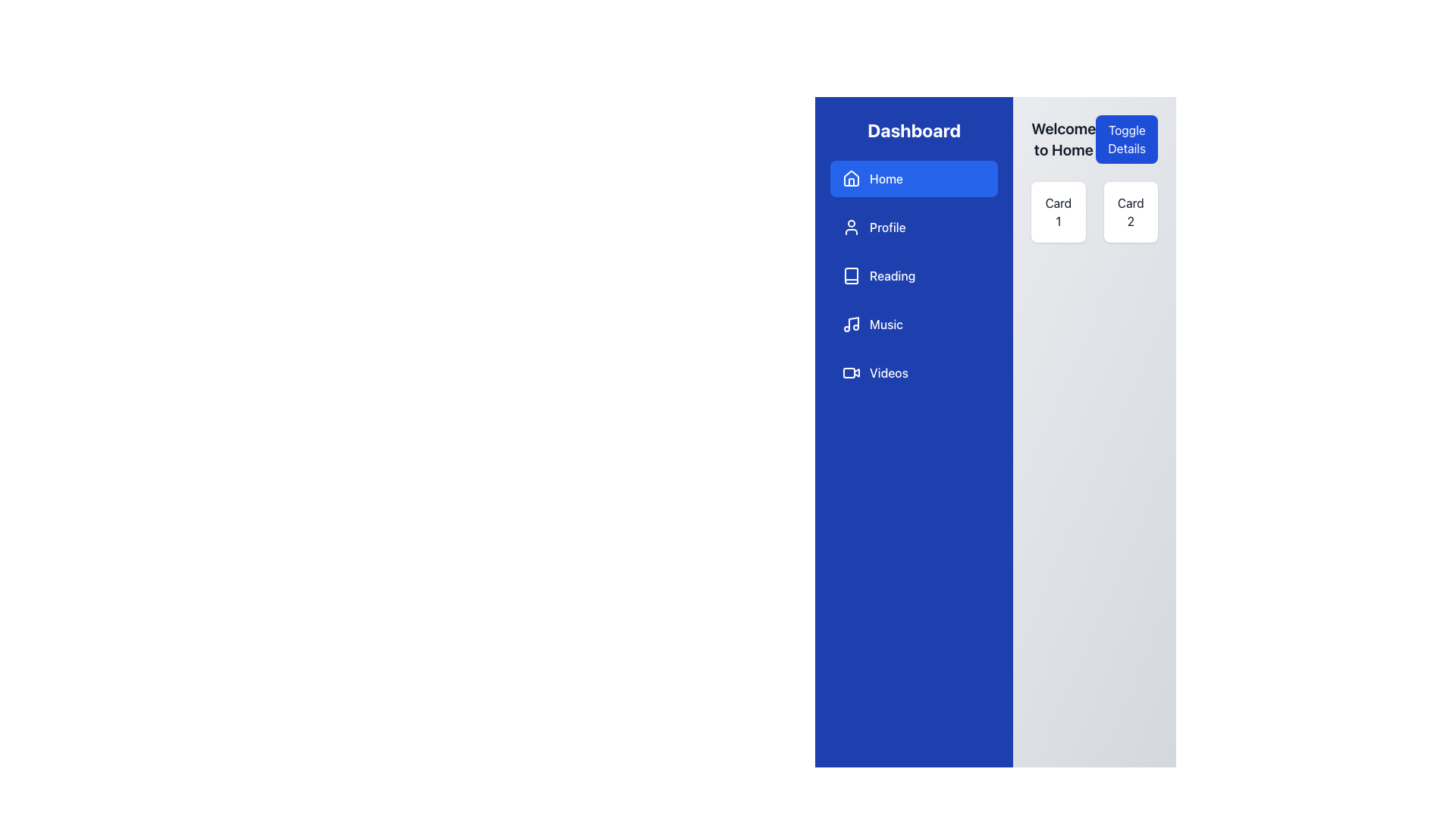 This screenshot has height=819, width=1456. I want to click on the 'Reading' menu icon in the sidebar, which is part of the iconography that visually signifies the menu option for improved usability, so click(852, 275).